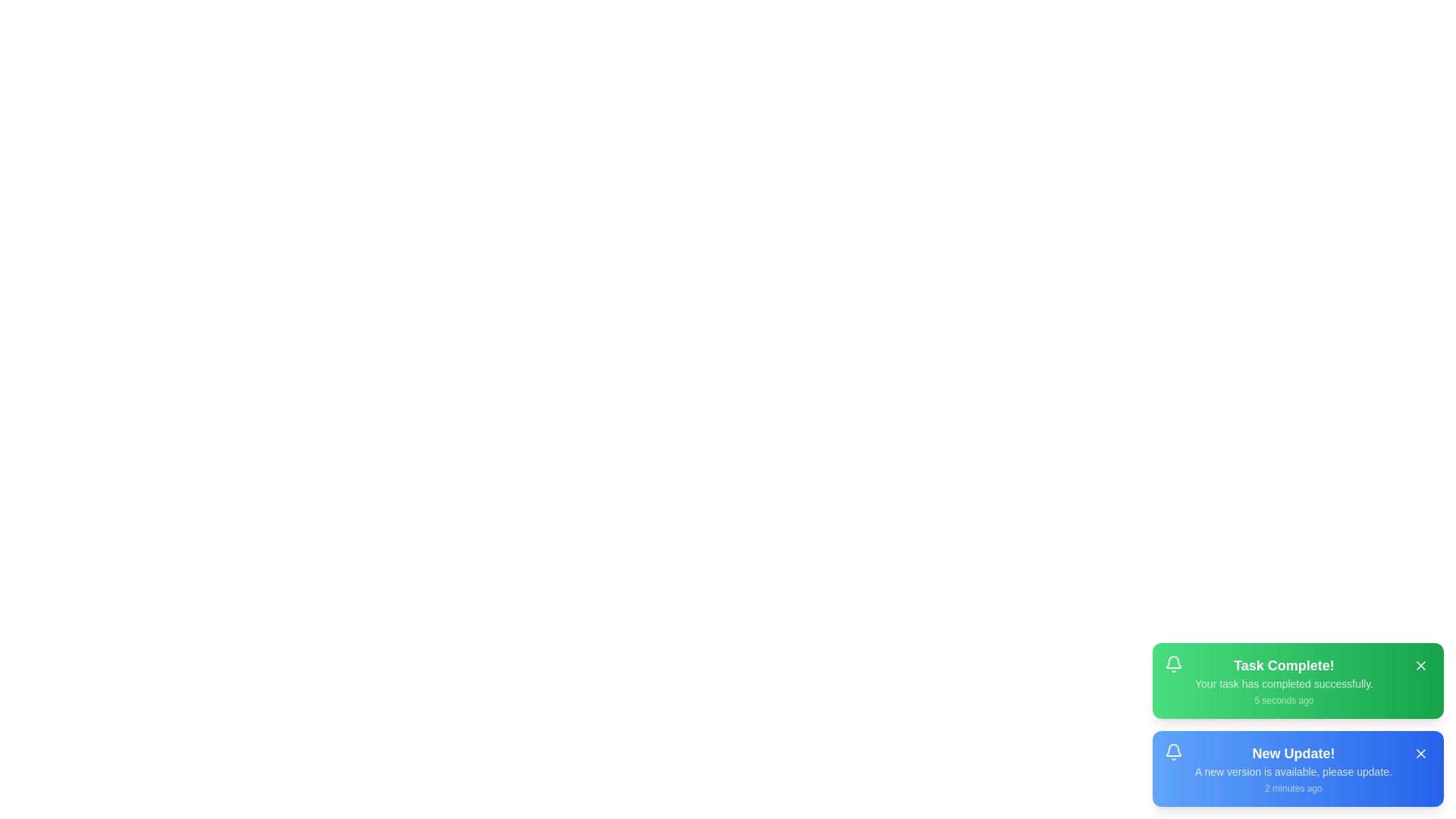 This screenshot has height=819, width=1456. I want to click on the notification to read its details, so click(1298, 680).